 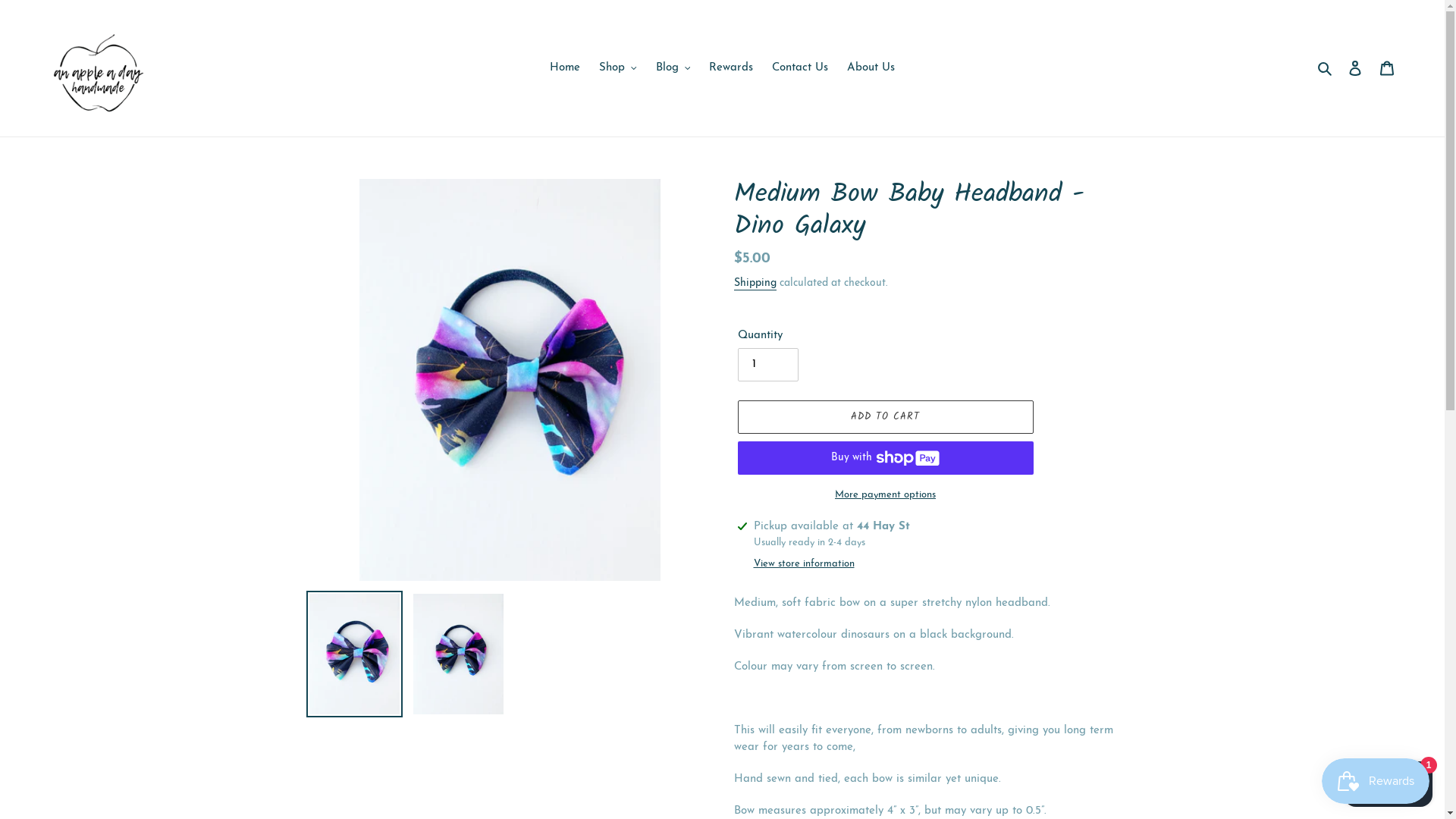 I want to click on 'View store information', so click(x=803, y=564).